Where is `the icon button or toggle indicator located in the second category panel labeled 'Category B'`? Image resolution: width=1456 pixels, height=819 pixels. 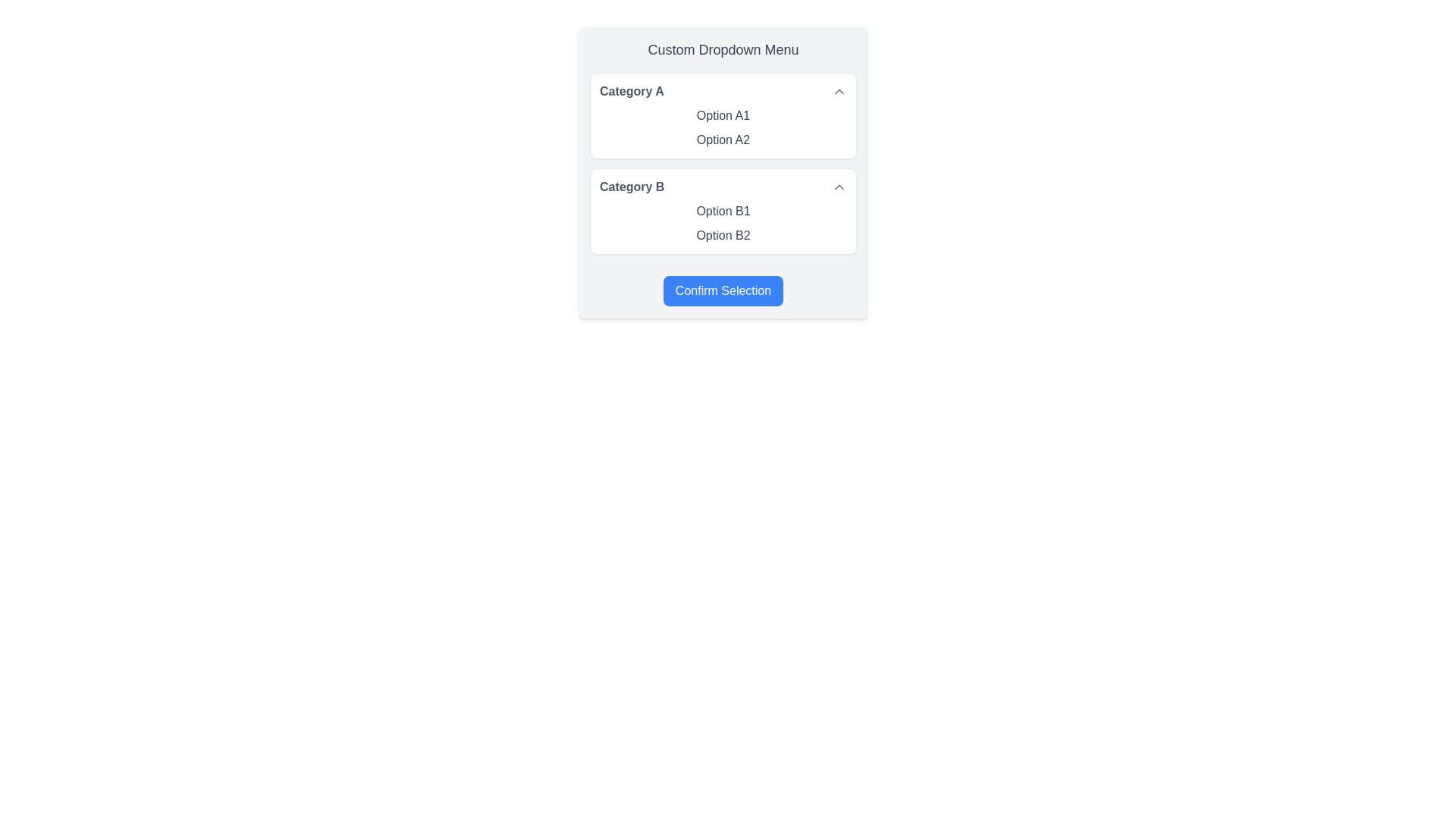
the icon button or toggle indicator located in the second category panel labeled 'Category B' is located at coordinates (839, 186).